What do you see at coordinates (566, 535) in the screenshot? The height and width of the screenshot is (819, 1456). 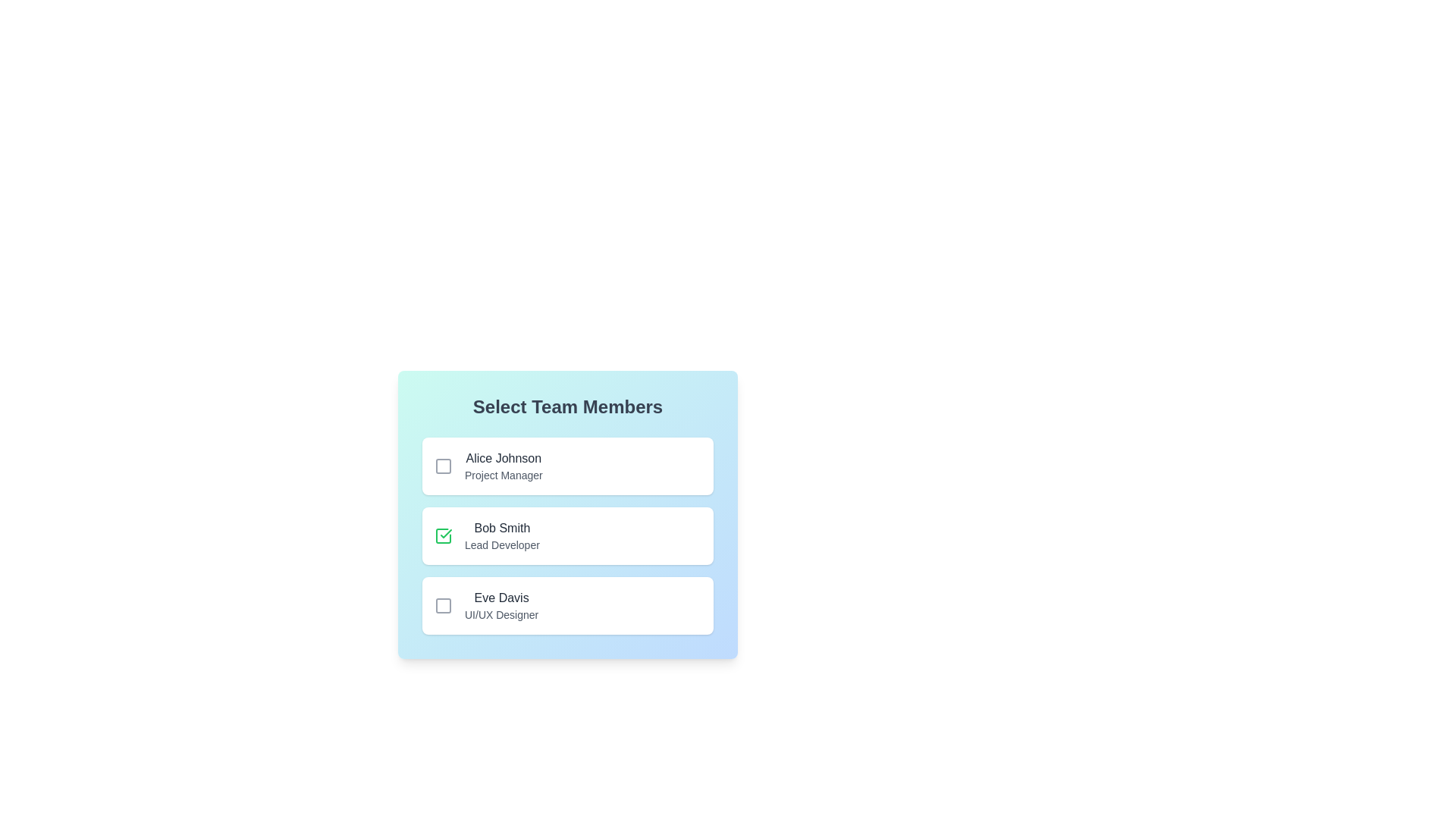 I see `the list item displaying 'Bob Smith' with a checkbox to navigate through team members` at bounding box center [566, 535].